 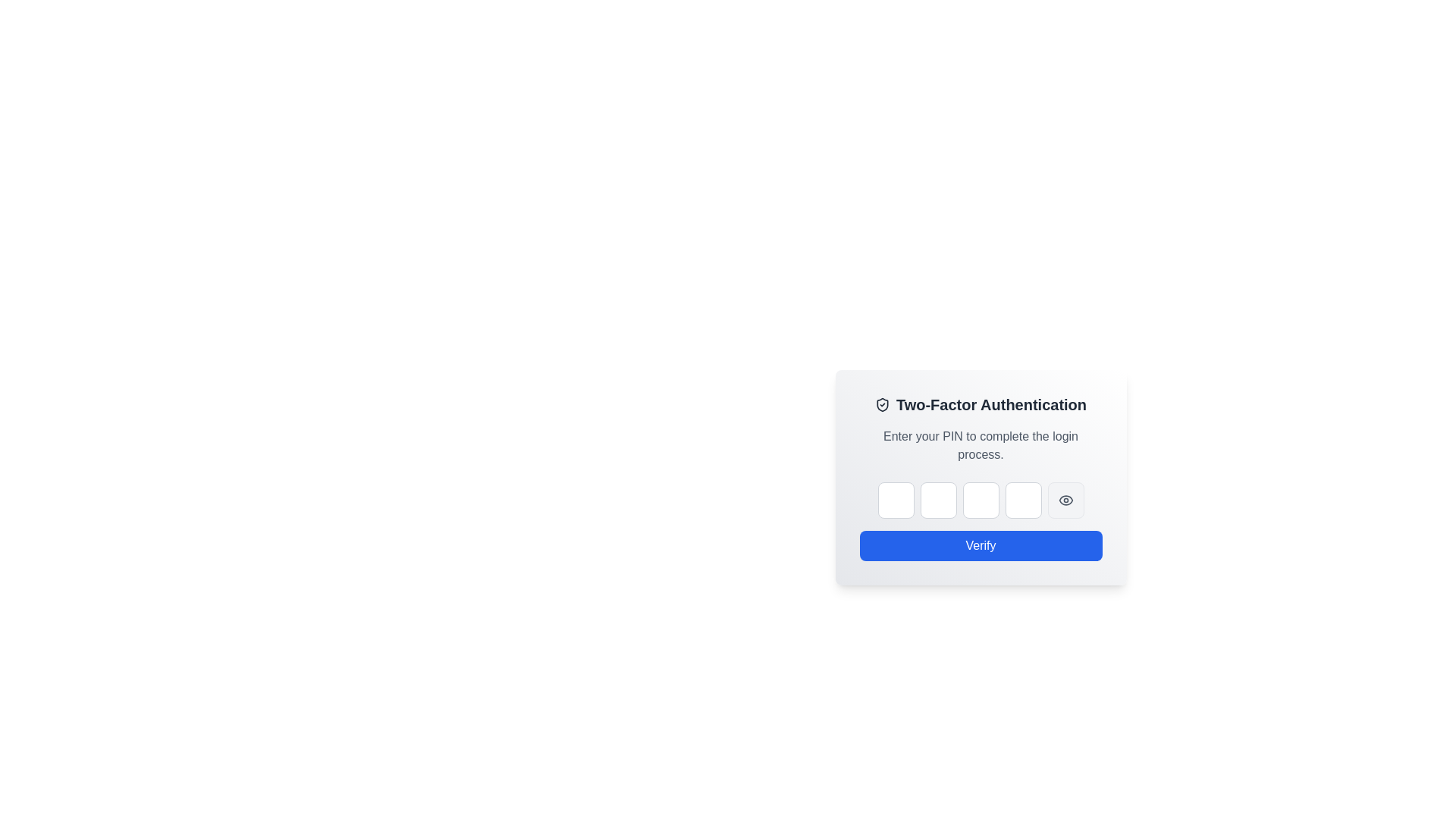 I want to click on the center ellipse shape of the eye icon, which represents the iris, located to the right of the pin input fields, so click(x=1065, y=500).